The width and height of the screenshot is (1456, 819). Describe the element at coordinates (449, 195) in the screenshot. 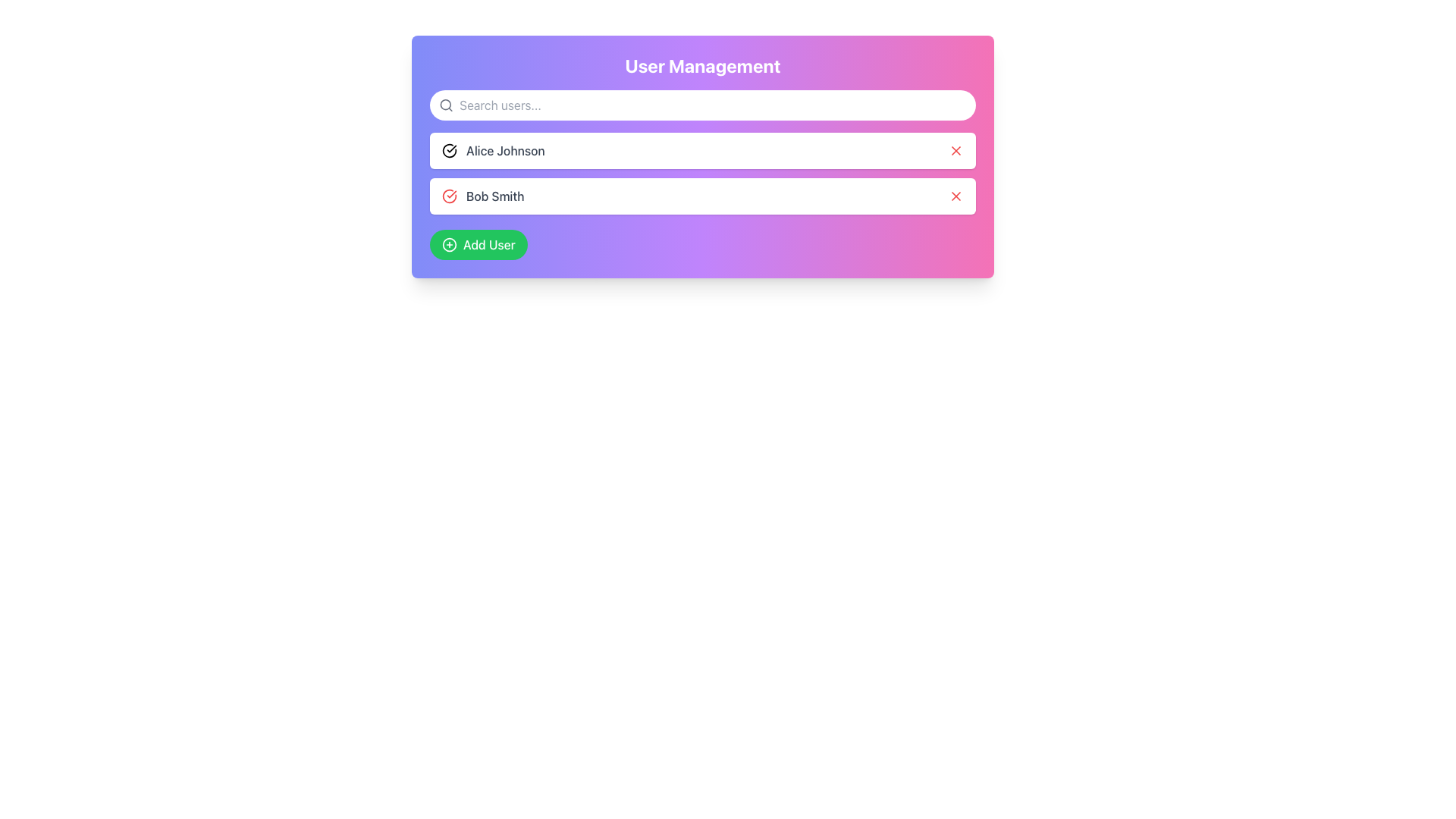

I see `the circular red icon with a checkmark located to the left of the text label 'Bob Smith' in the second list item under 'User Management.'` at that location.